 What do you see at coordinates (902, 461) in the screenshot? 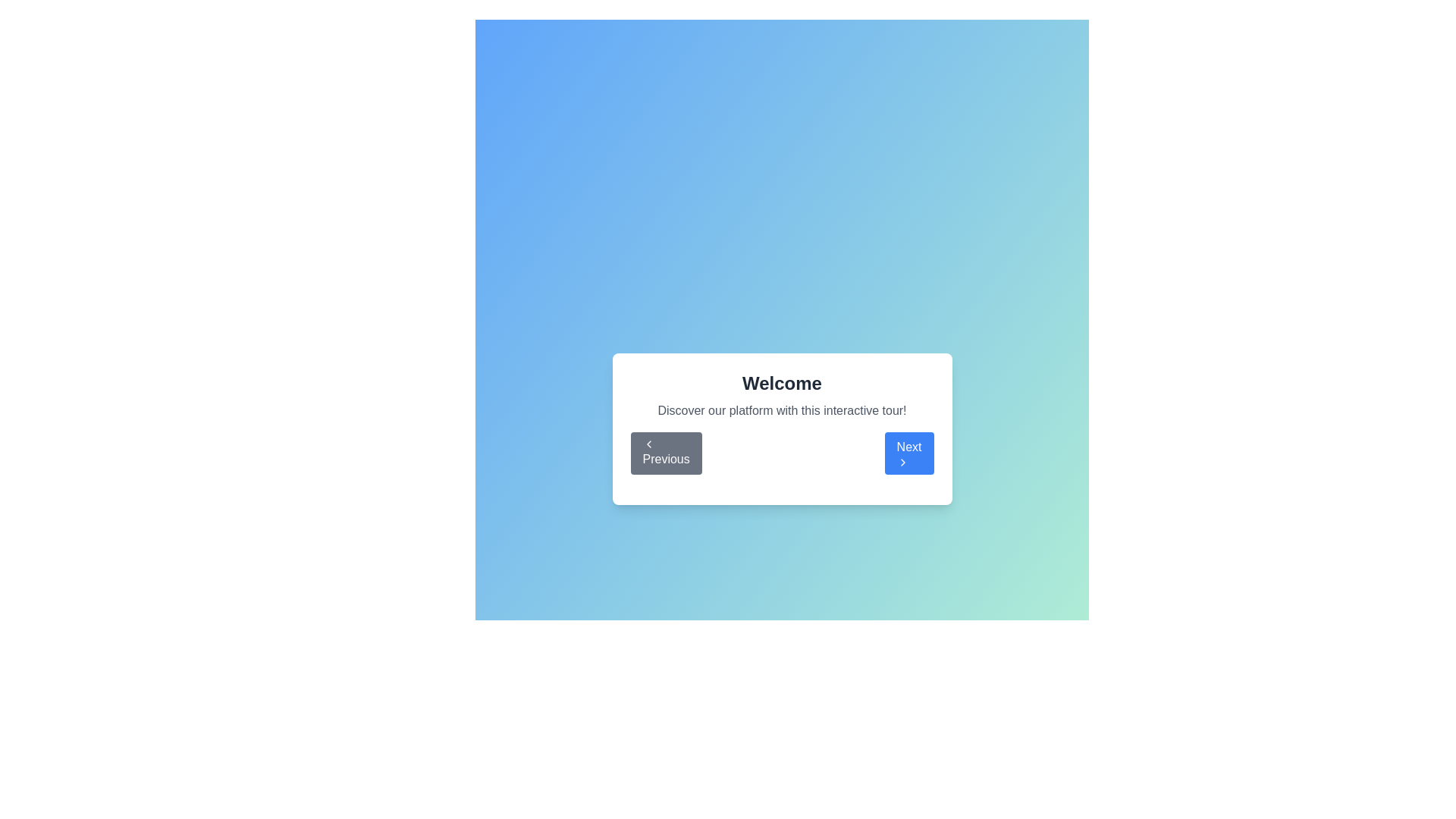
I see `the right-facing chevron icon within the 'Next' button, which is styled with a blue background and white text, located at the bottom-right of the dialog box` at bounding box center [902, 461].